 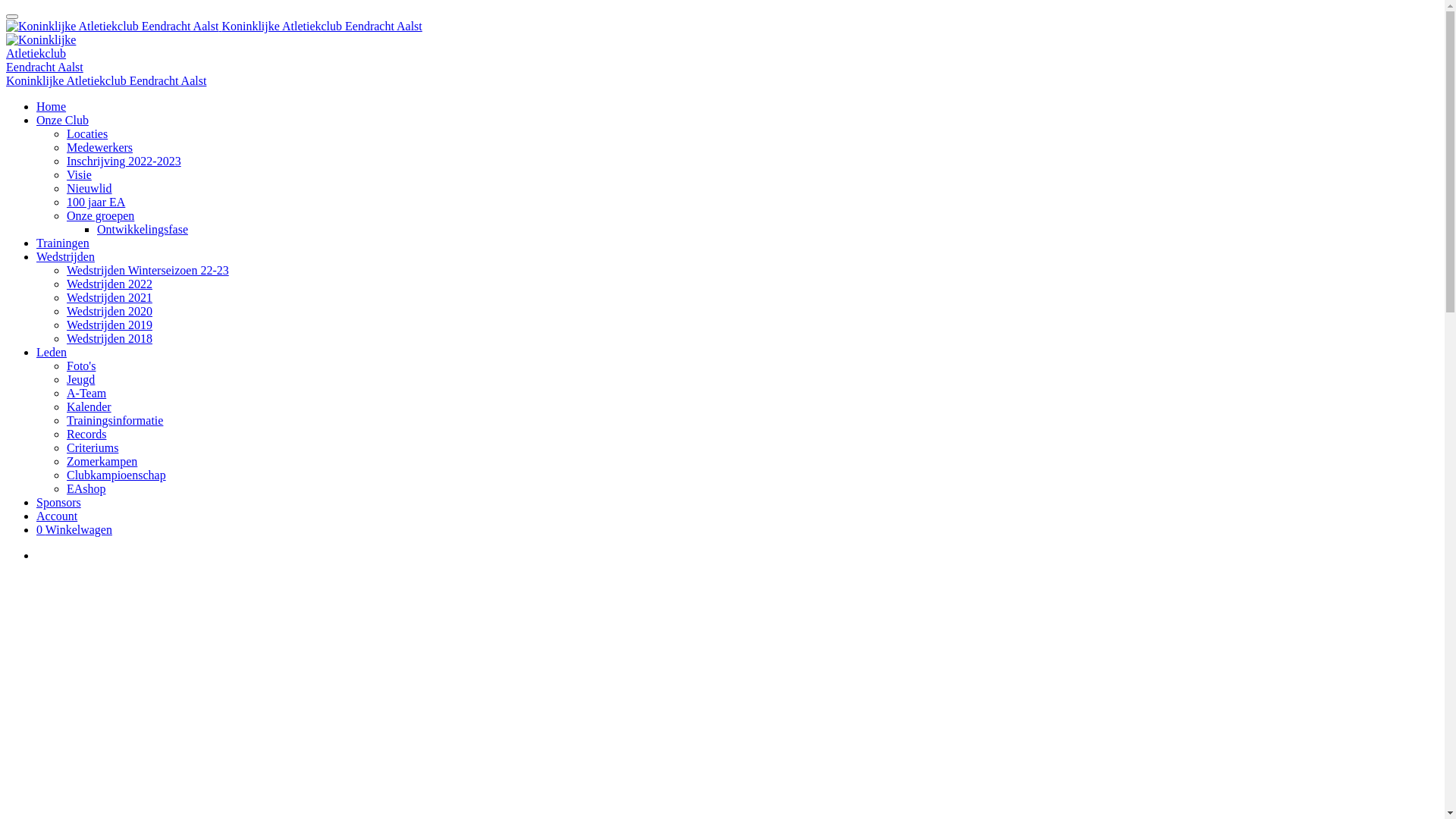 I want to click on 'Clubkampioenschap', so click(x=115, y=474).